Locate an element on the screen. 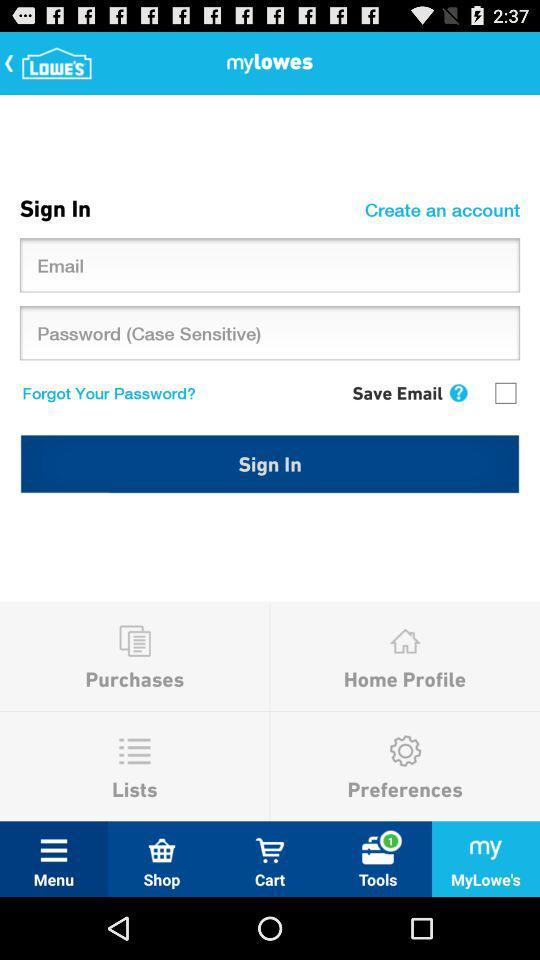 This screenshot has height=960, width=540. the icon above the sign in is located at coordinates (104, 391).